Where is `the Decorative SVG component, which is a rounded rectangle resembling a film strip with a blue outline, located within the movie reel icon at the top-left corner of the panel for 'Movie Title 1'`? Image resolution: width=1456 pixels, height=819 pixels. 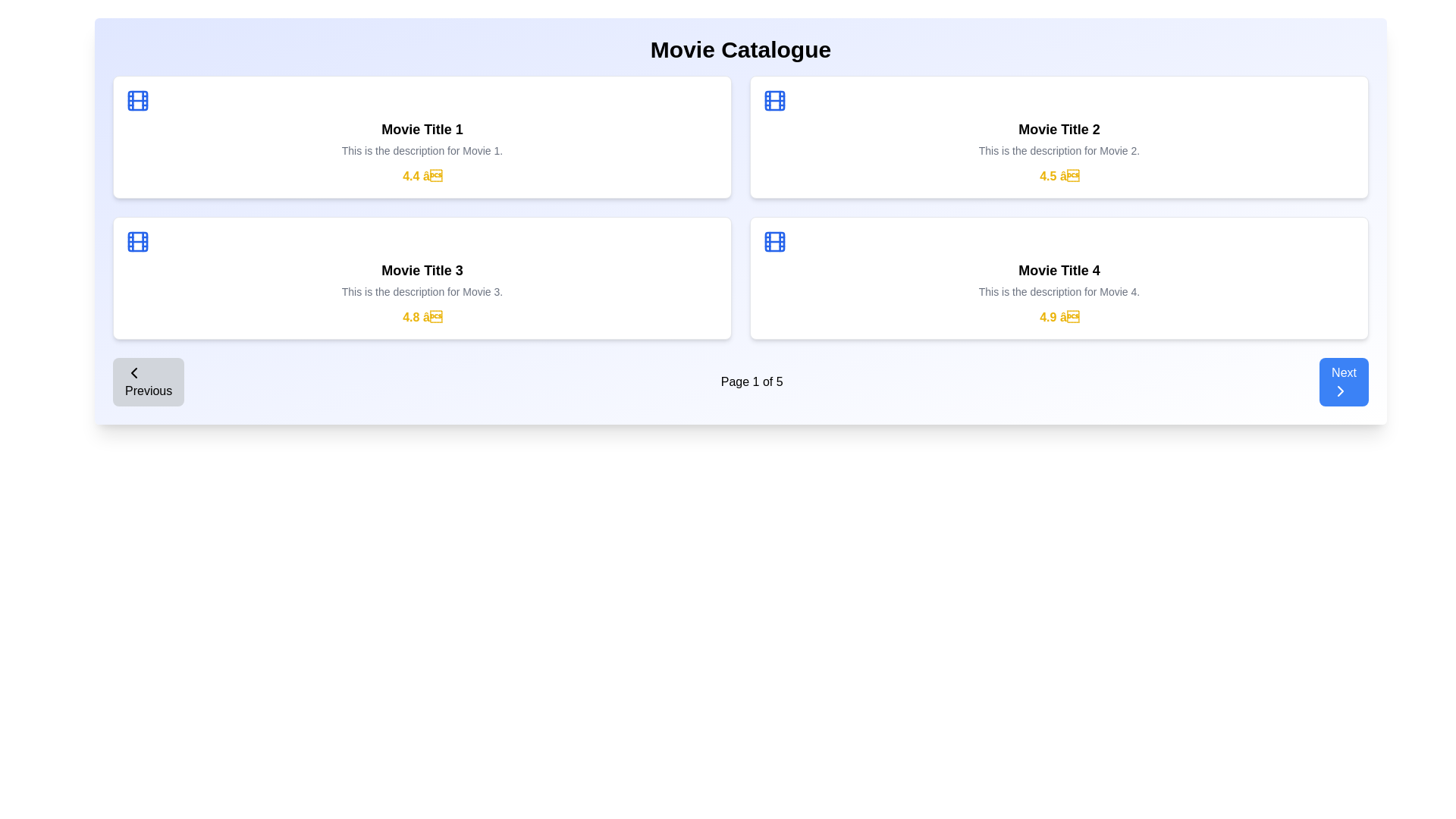 the Decorative SVG component, which is a rounded rectangle resembling a film strip with a blue outline, located within the movie reel icon at the top-left corner of the panel for 'Movie Title 1' is located at coordinates (138, 100).